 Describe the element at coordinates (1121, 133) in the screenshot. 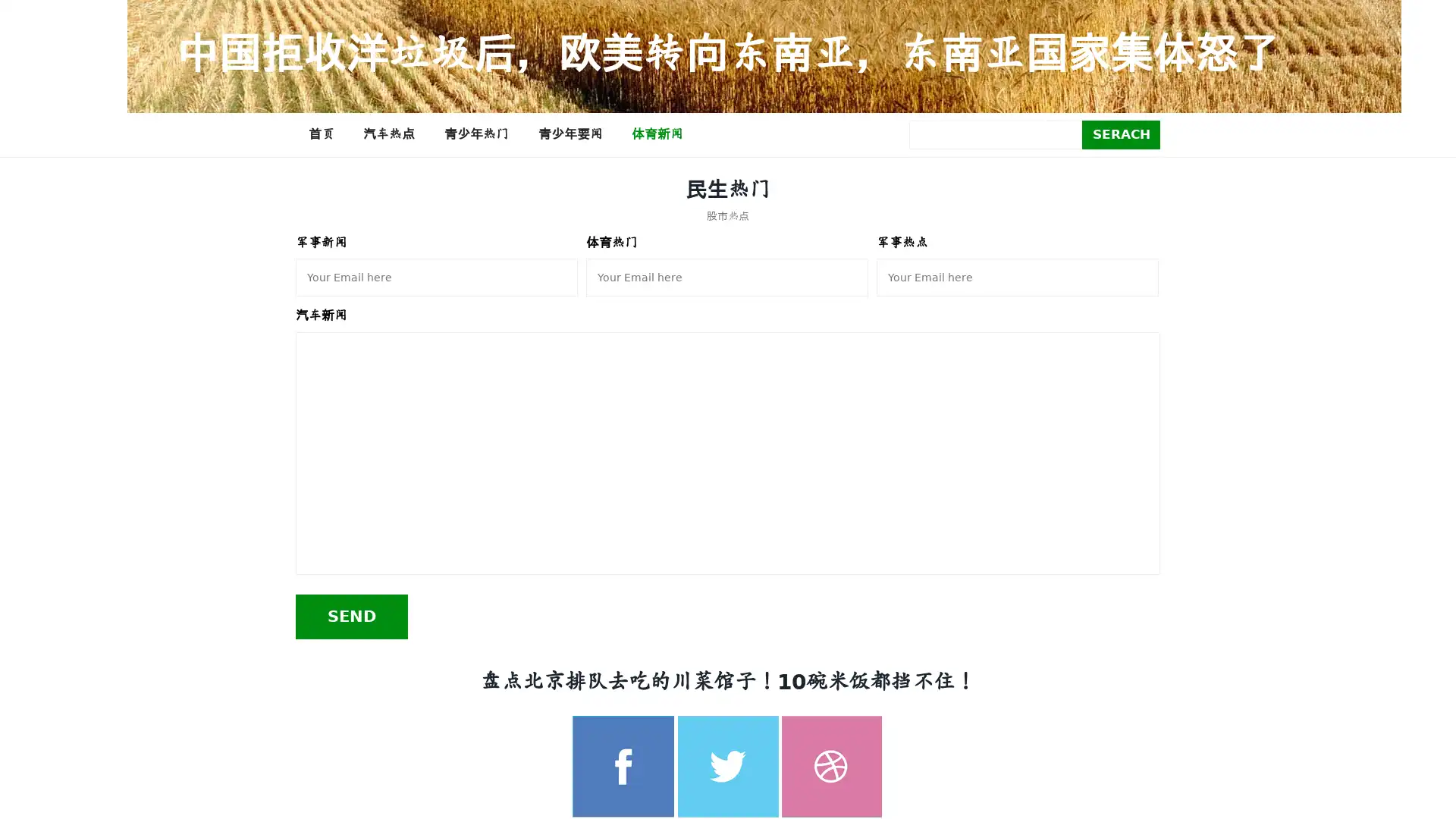

I see `serach` at that location.